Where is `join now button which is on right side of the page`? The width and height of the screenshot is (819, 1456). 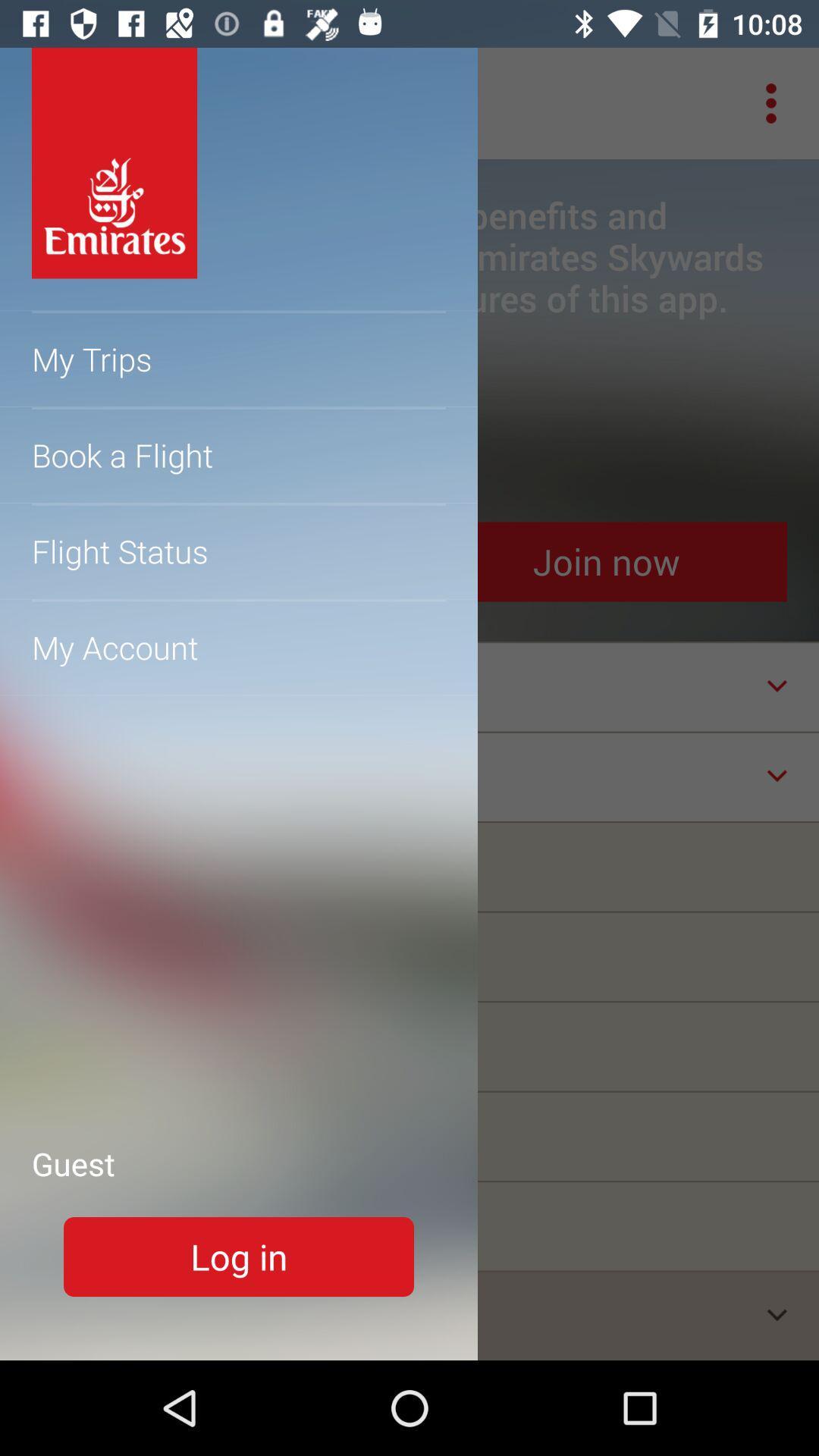 join now button which is on right side of the page is located at coordinates (605, 561).